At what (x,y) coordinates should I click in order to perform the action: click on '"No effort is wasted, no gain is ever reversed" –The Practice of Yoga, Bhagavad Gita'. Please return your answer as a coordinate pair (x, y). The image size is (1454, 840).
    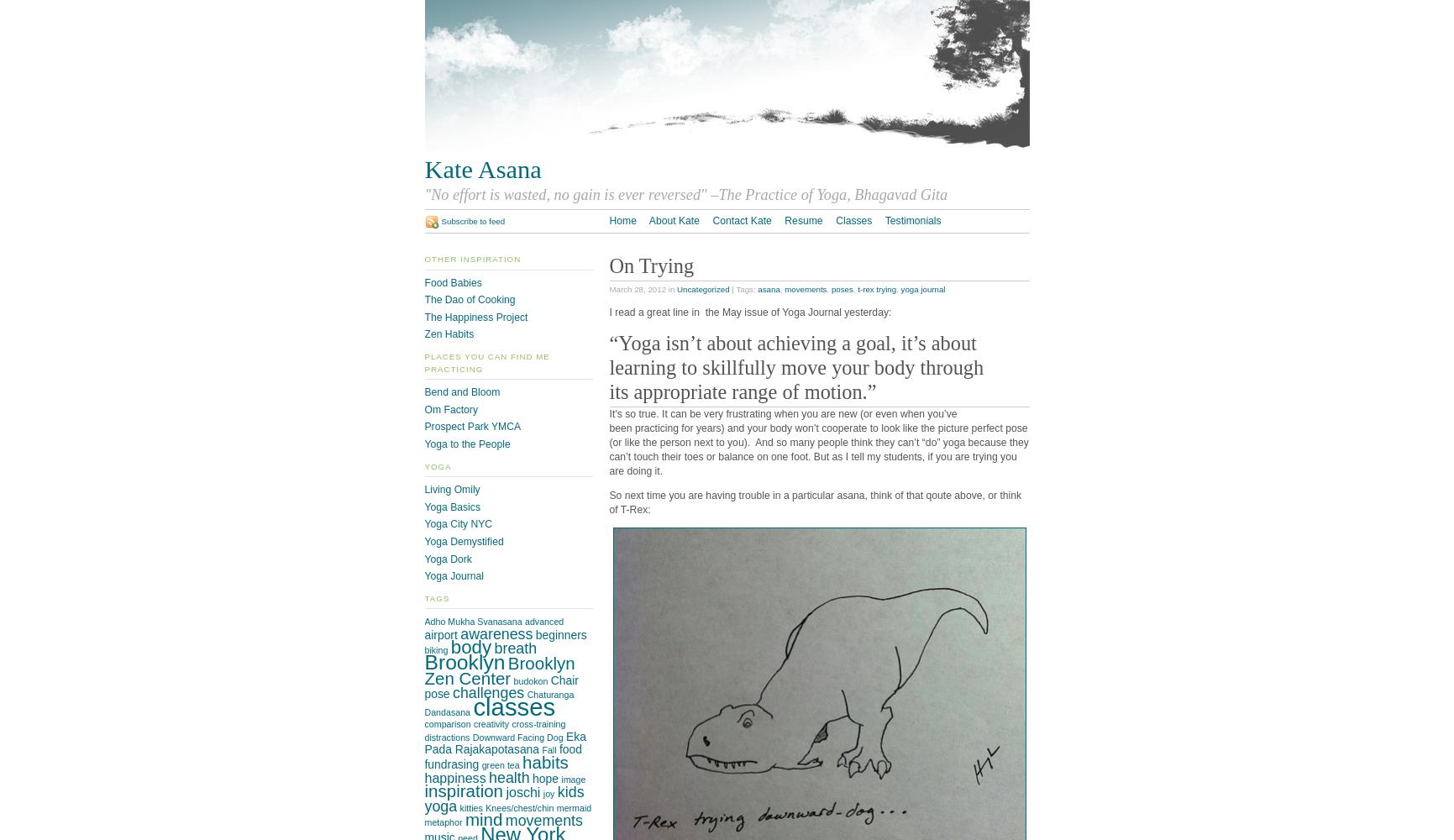
    Looking at the image, I should click on (685, 193).